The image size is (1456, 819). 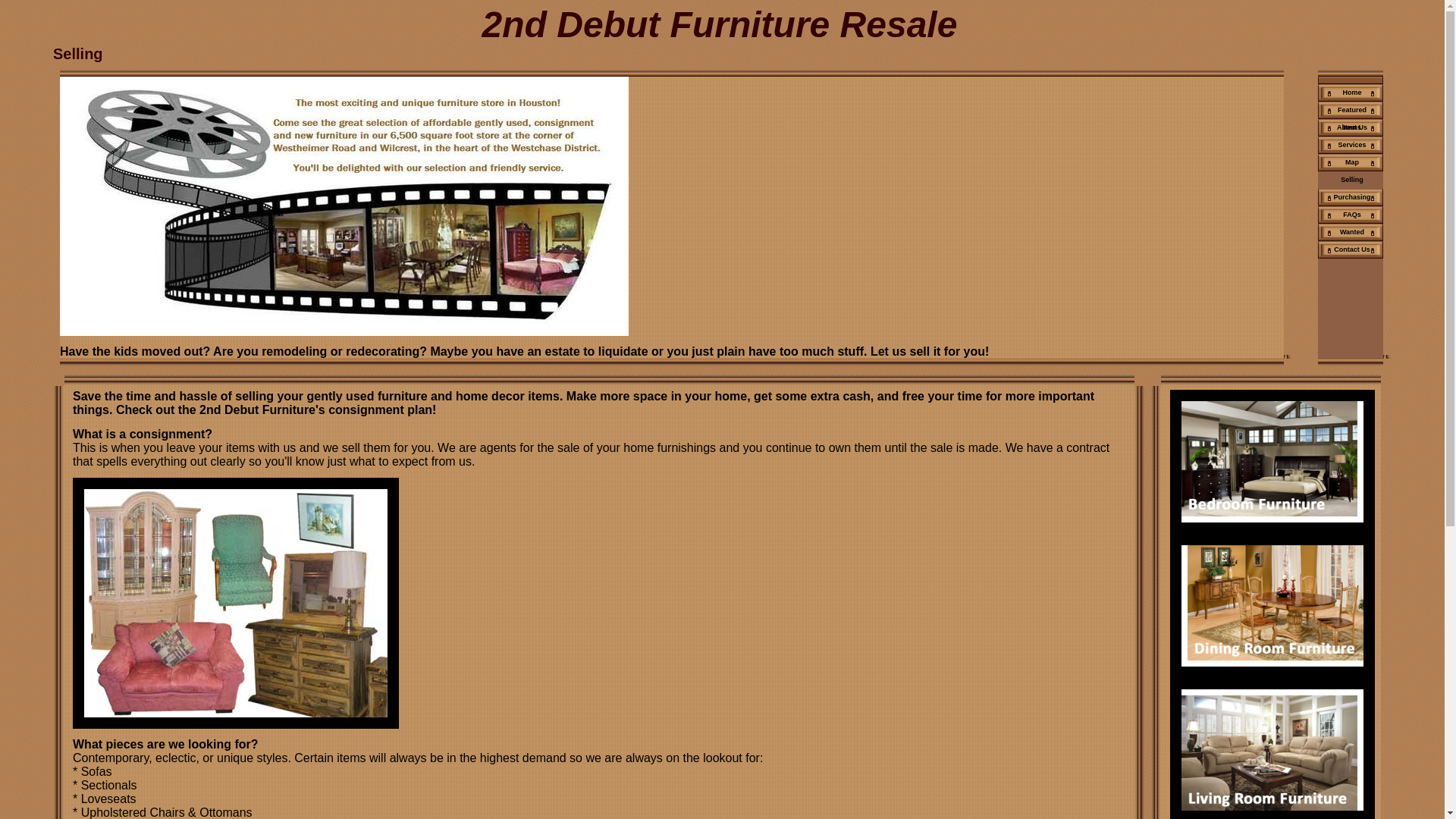 What do you see at coordinates (1350, 109) in the screenshot?
I see `'Featured Items'` at bounding box center [1350, 109].